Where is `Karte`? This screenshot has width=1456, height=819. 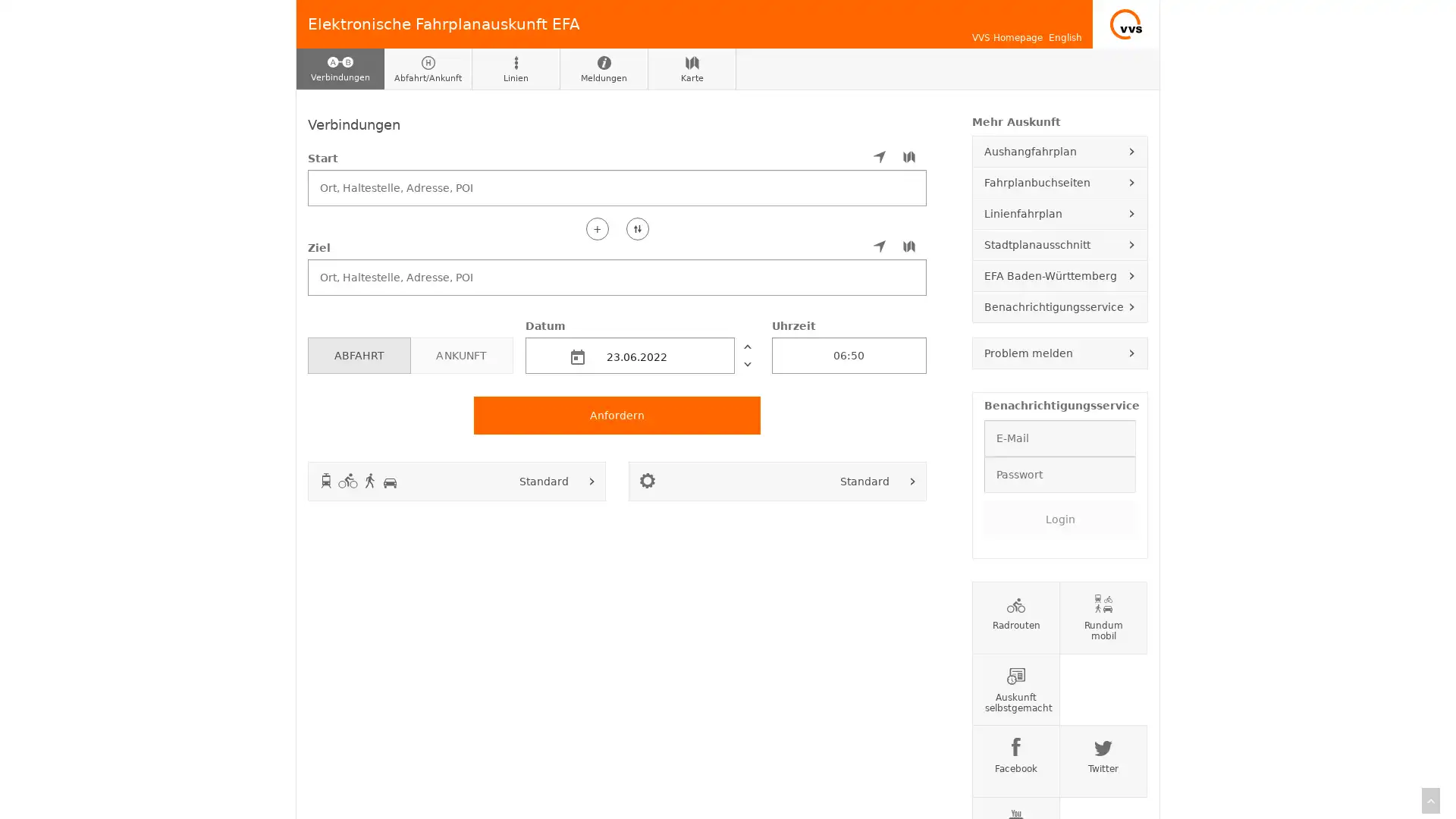
Karte is located at coordinates (691, 69).